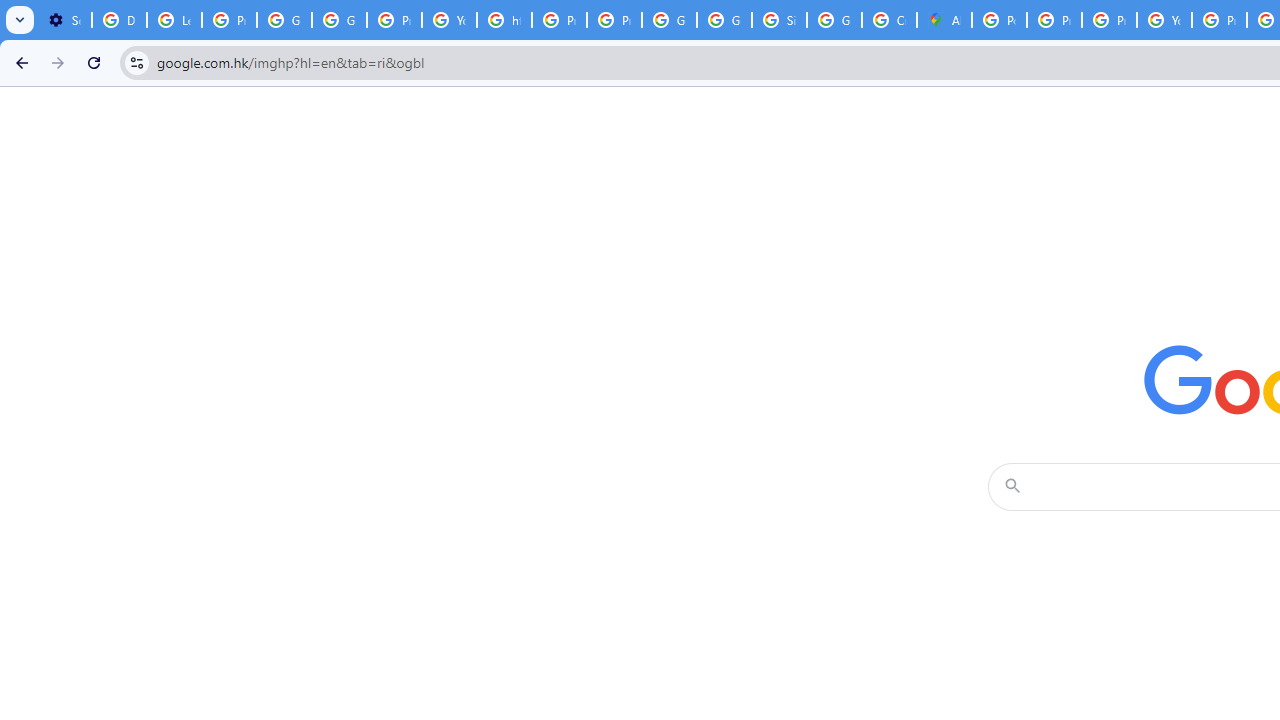 The width and height of the screenshot is (1280, 720). I want to click on 'Create your Google Account', so click(887, 20).